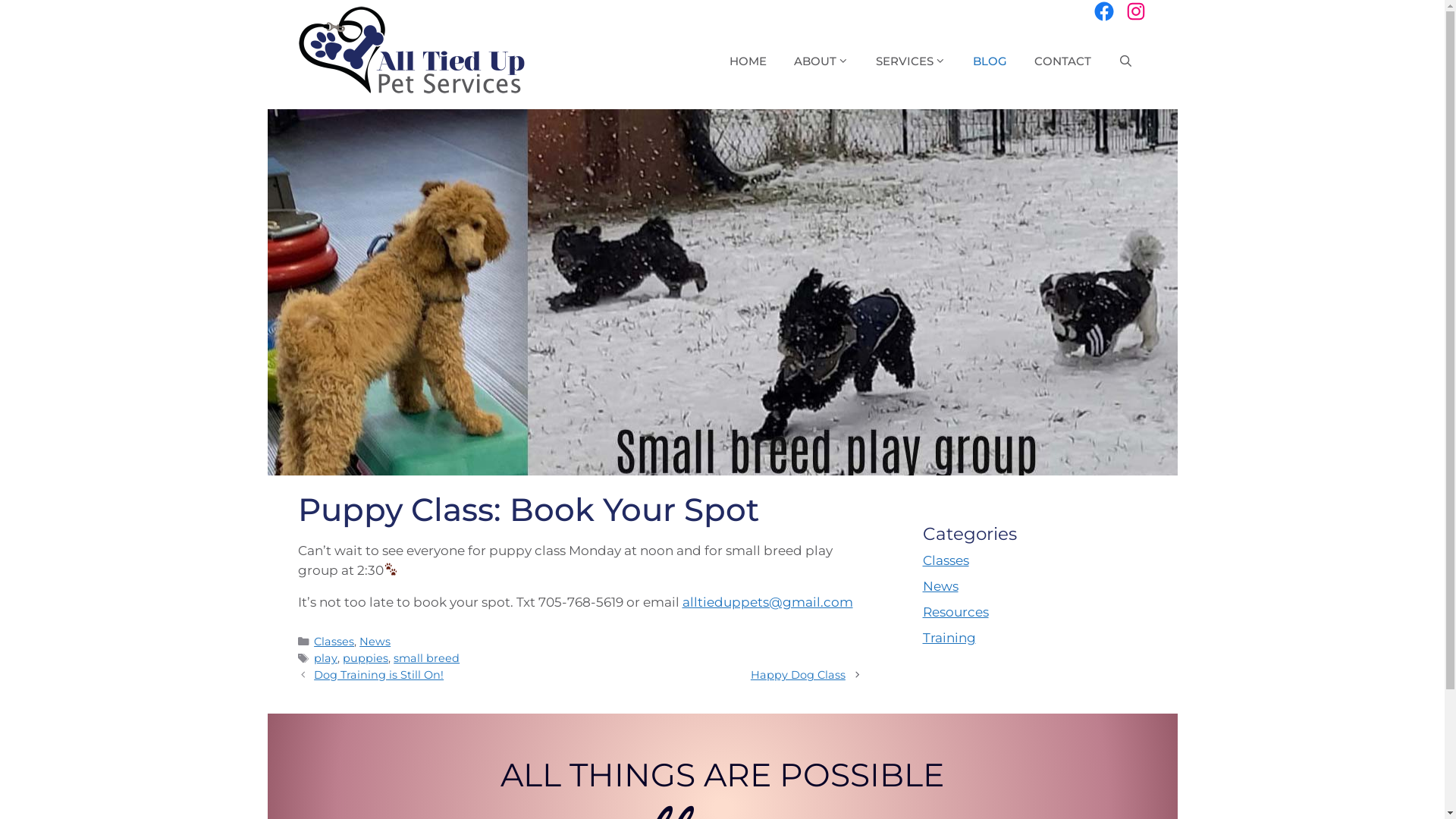  I want to click on 'BLOG', so click(990, 61).